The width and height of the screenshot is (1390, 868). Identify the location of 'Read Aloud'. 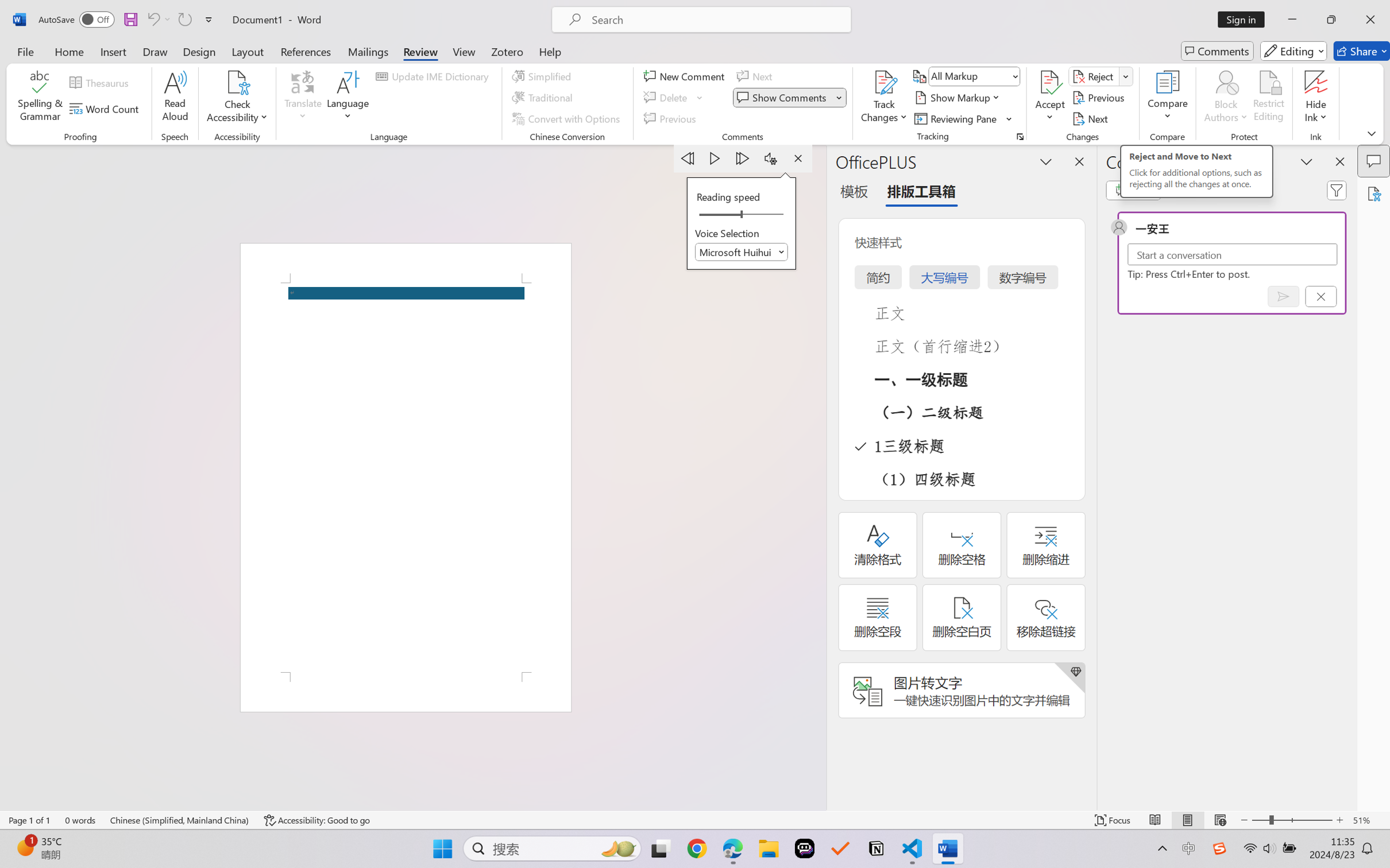
(174, 98).